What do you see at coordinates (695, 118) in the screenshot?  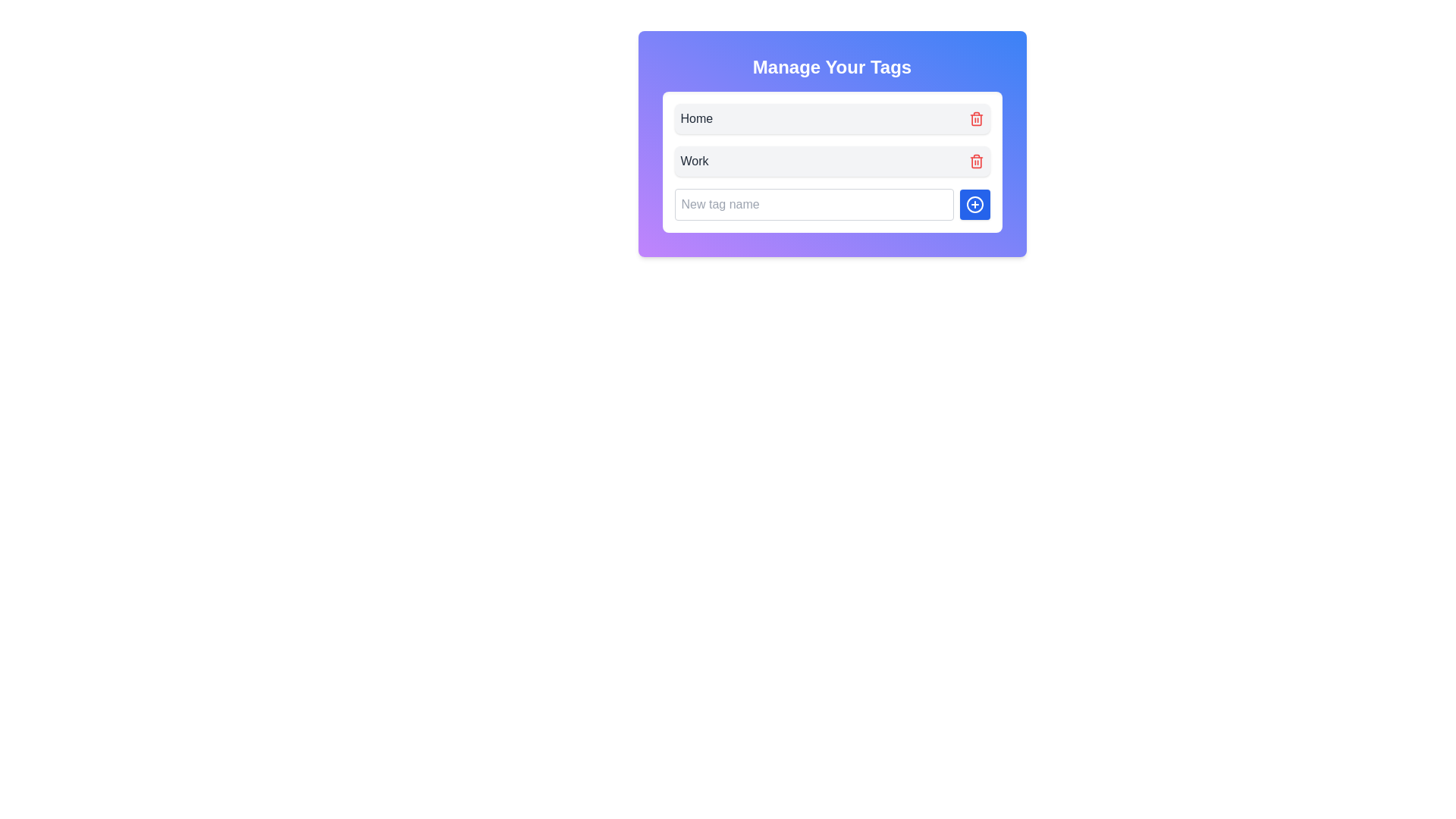 I see `the 'Home' text label, which is styled in dark gray and is the leftmost element in a navigation interface` at bounding box center [695, 118].